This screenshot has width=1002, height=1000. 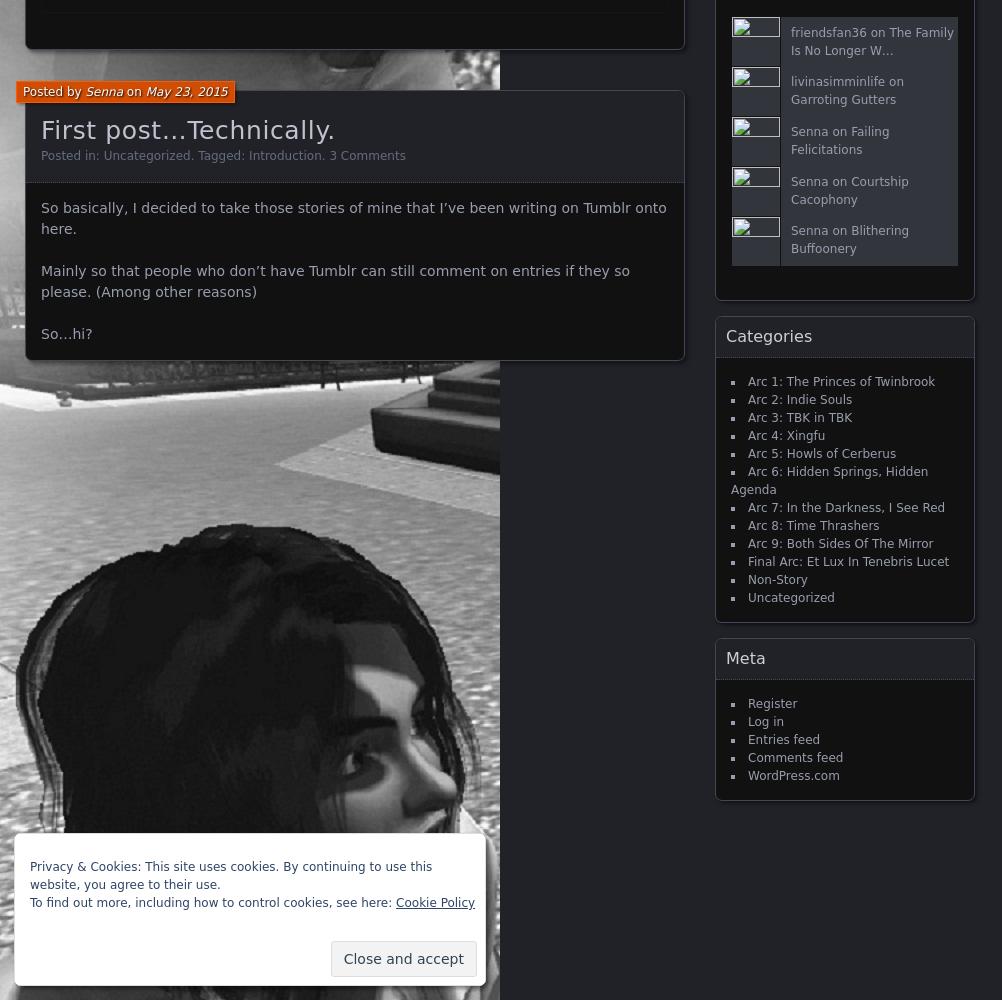 What do you see at coordinates (794, 758) in the screenshot?
I see `'Comments feed'` at bounding box center [794, 758].